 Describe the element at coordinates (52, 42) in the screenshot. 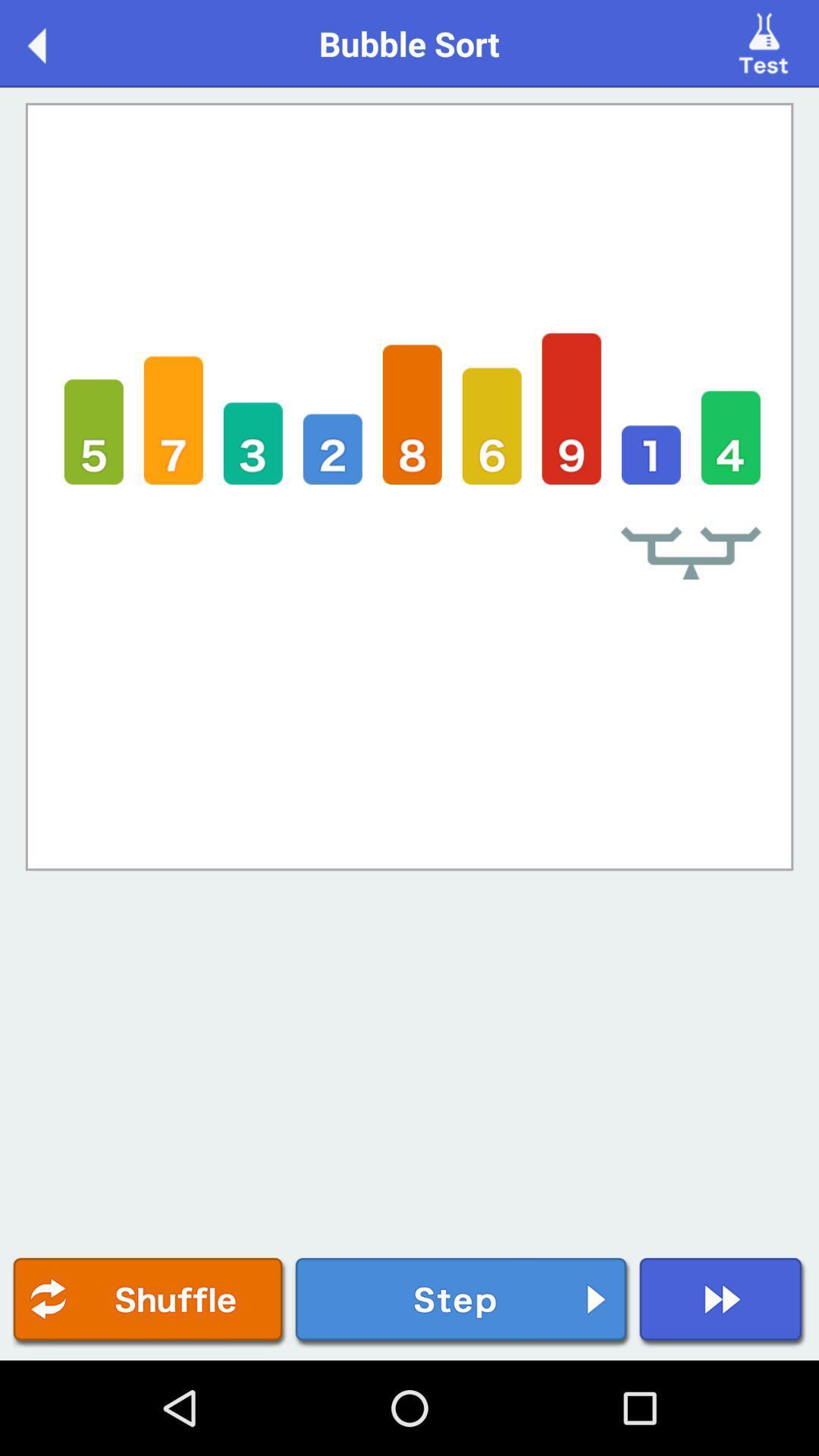

I see `the icon next to the bubble sort icon` at that location.